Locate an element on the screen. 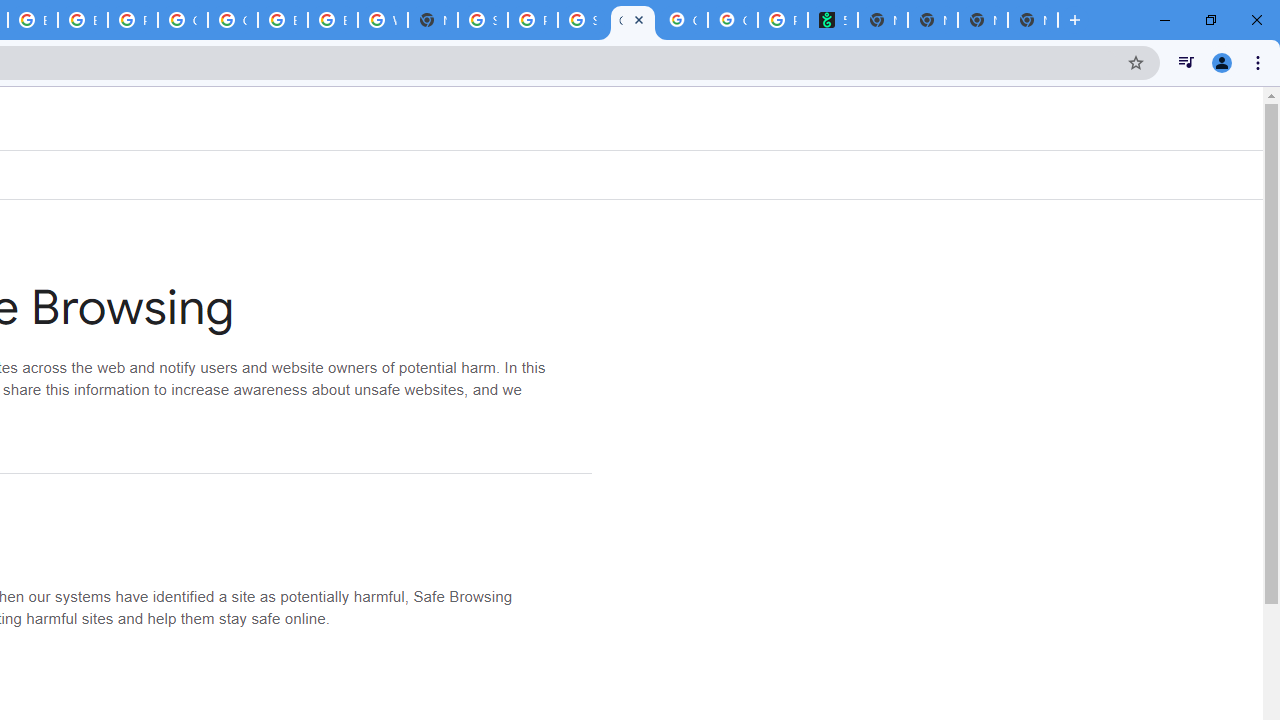 The height and width of the screenshot is (720, 1280). 'Sign in - Google Accounts' is located at coordinates (483, 20).